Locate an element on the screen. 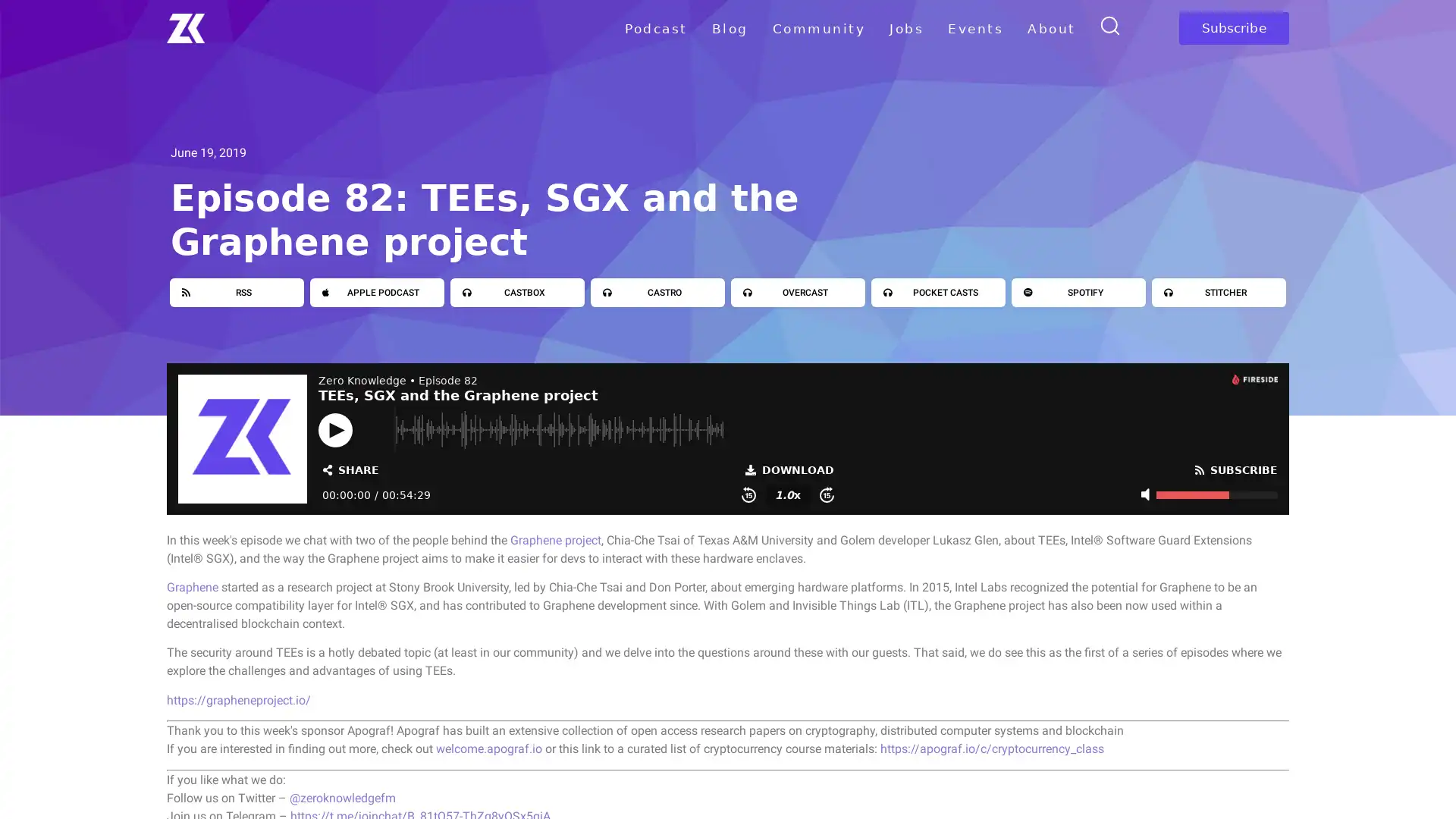 The width and height of the screenshot is (1456, 819). CASTBOX is located at coordinates (517, 292).